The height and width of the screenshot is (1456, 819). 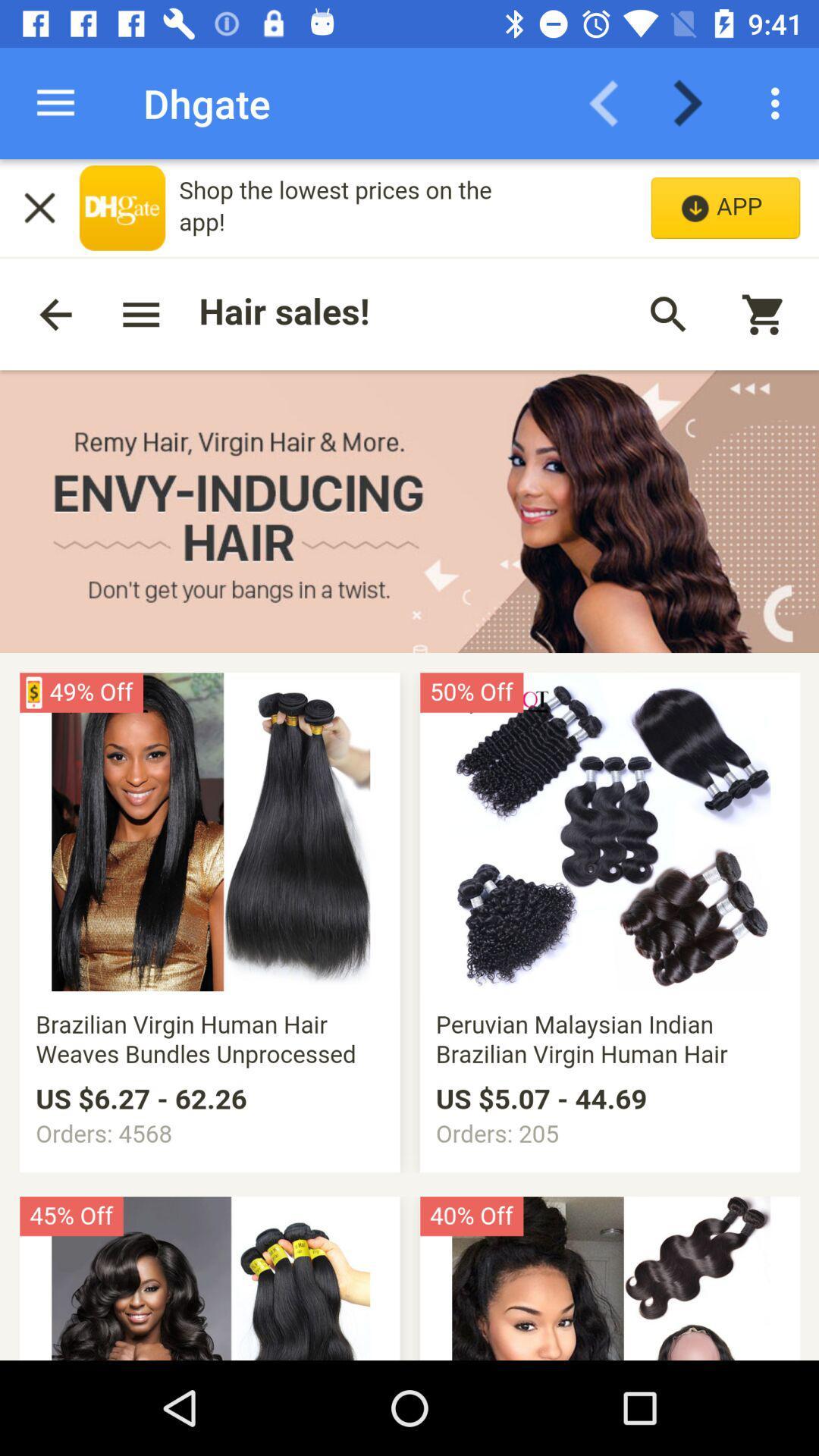 What do you see at coordinates (697, 102) in the screenshot?
I see `go forward` at bounding box center [697, 102].